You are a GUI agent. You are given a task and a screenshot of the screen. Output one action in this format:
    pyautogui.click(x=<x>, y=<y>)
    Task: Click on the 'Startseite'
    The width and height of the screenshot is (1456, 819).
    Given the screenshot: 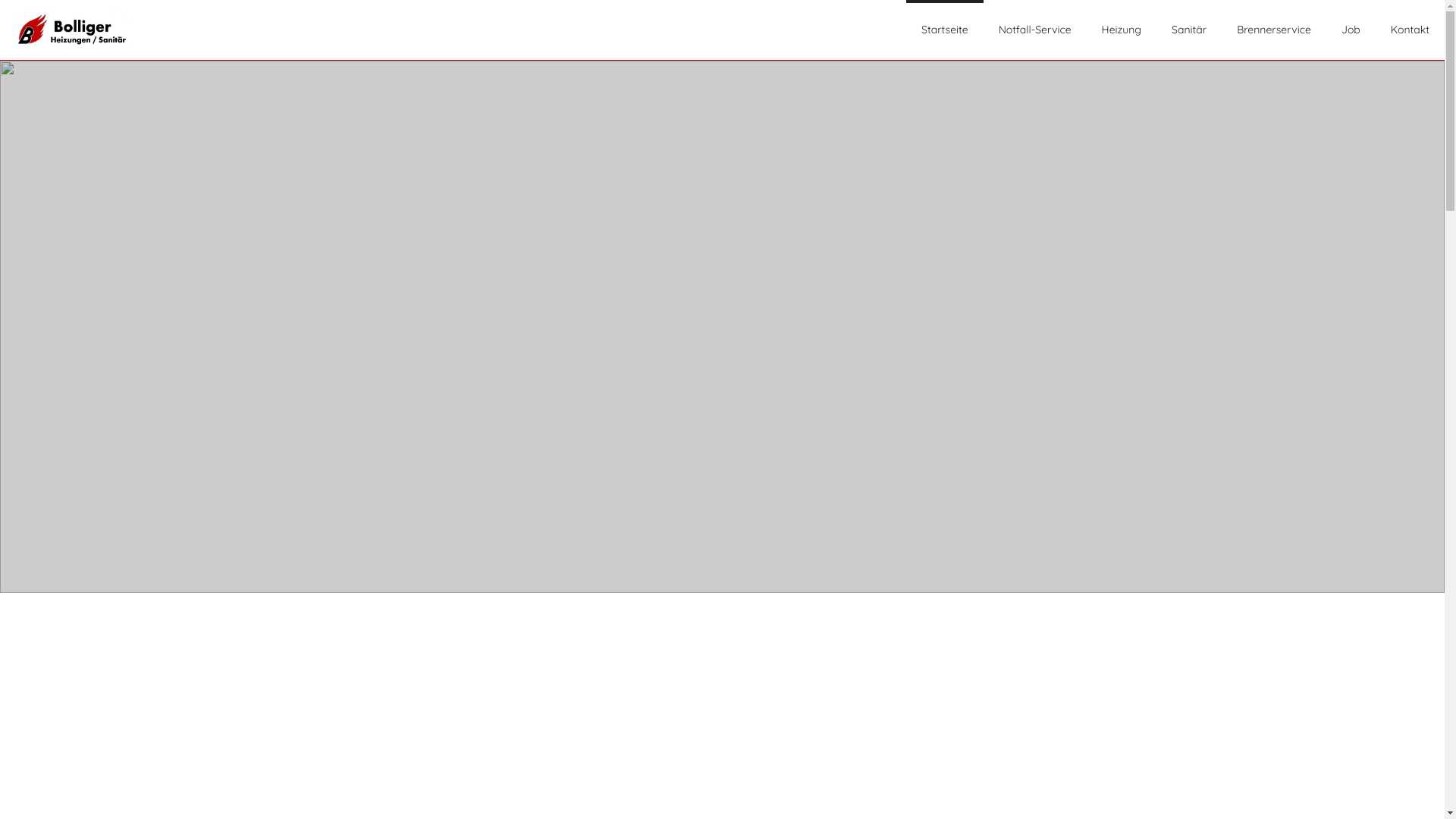 What is the action you would take?
    pyautogui.click(x=944, y=30)
    